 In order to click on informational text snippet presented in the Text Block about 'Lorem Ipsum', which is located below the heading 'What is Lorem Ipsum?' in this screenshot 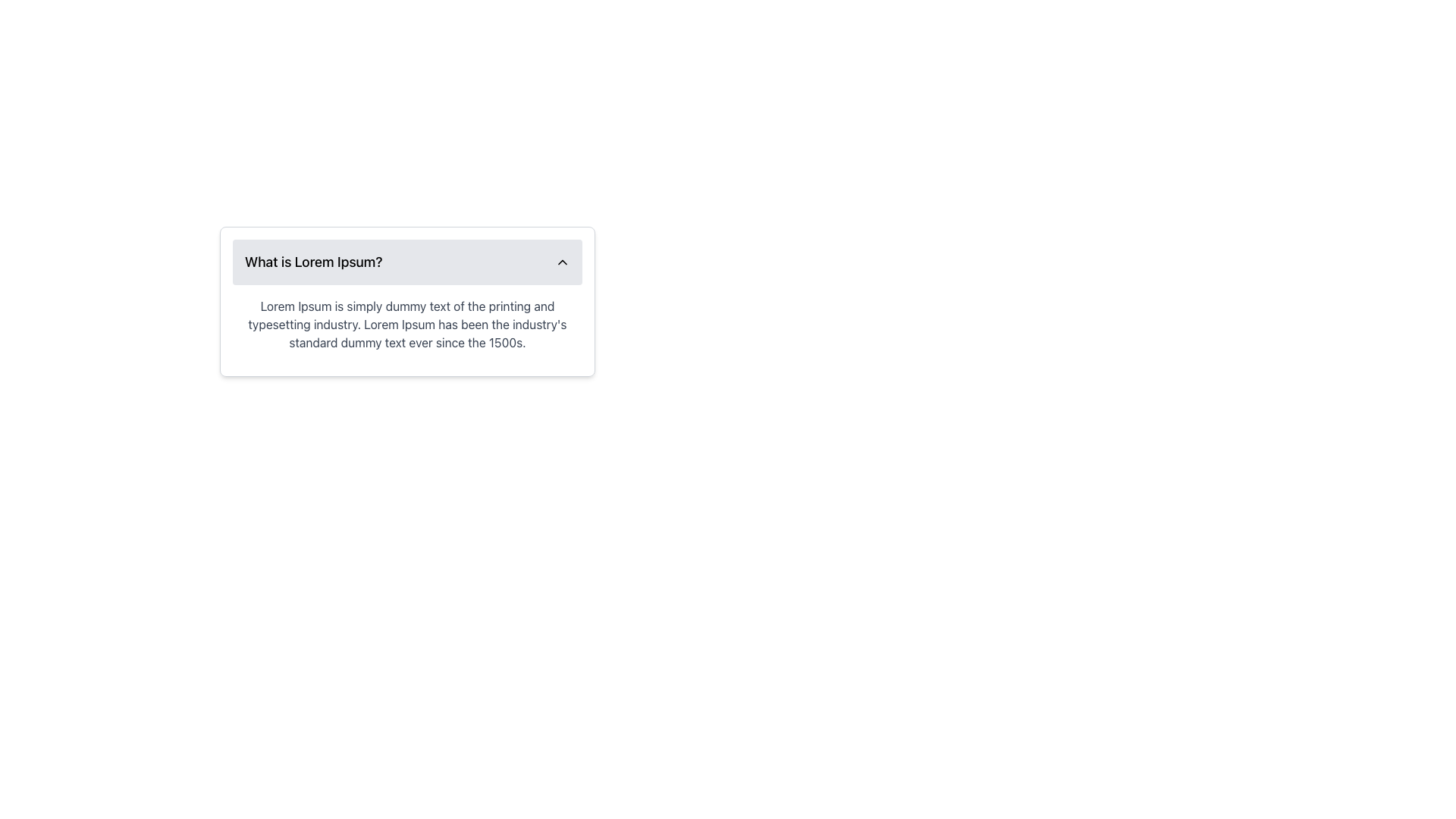, I will do `click(407, 324)`.